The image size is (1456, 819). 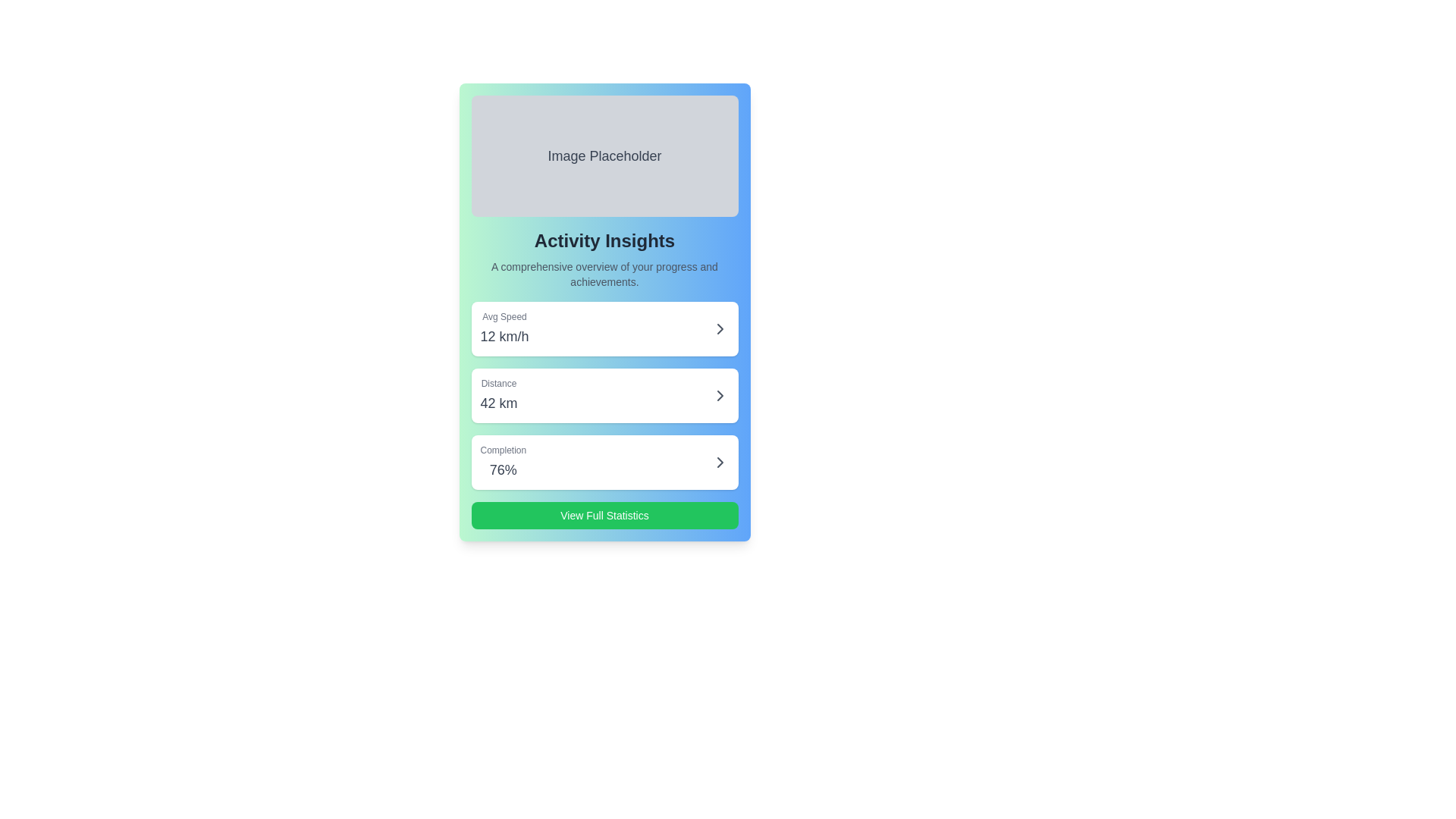 What do you see at coordinates (503, 469) in the screenshot?
I see `the completion percentage label located below the 'Completion' text in the card-like section of the interface` at bounding box center [503, 469].